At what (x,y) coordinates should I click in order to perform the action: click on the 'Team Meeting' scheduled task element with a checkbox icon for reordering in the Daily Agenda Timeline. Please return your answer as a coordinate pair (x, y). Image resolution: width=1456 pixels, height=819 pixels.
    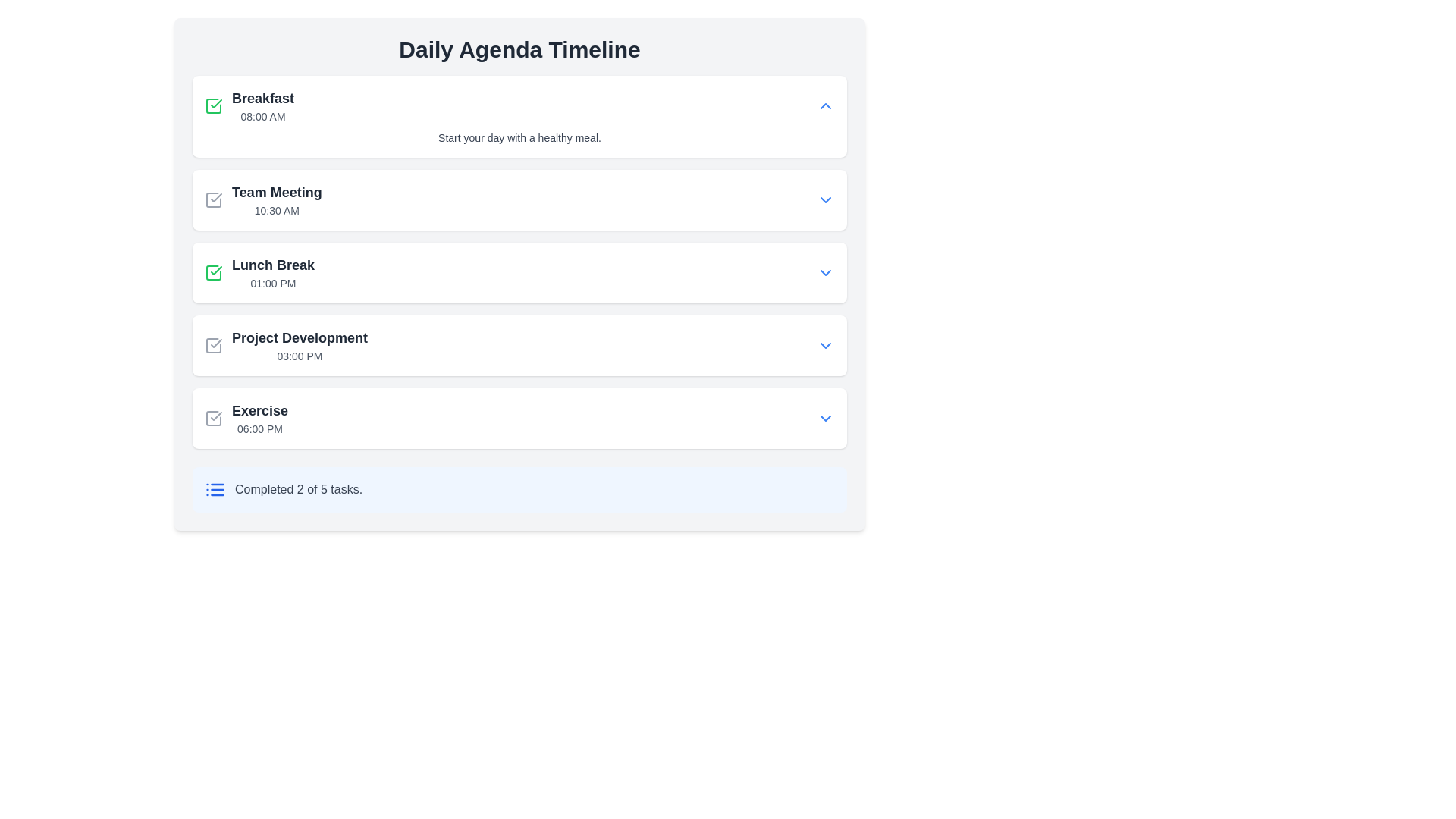
    Looking at the image, I should click on (263, 199).